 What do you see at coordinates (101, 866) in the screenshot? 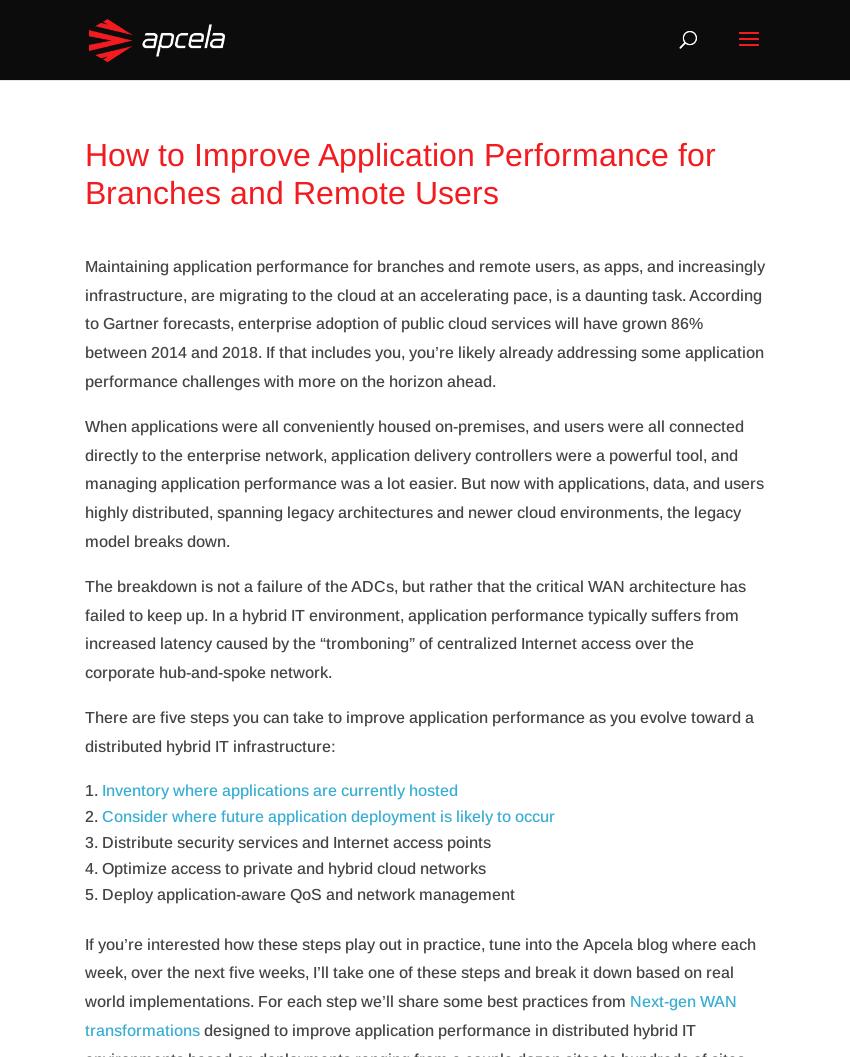
I see `'Optimize access to private and hybrid cloud networks'` at bounding box center [101, 866].